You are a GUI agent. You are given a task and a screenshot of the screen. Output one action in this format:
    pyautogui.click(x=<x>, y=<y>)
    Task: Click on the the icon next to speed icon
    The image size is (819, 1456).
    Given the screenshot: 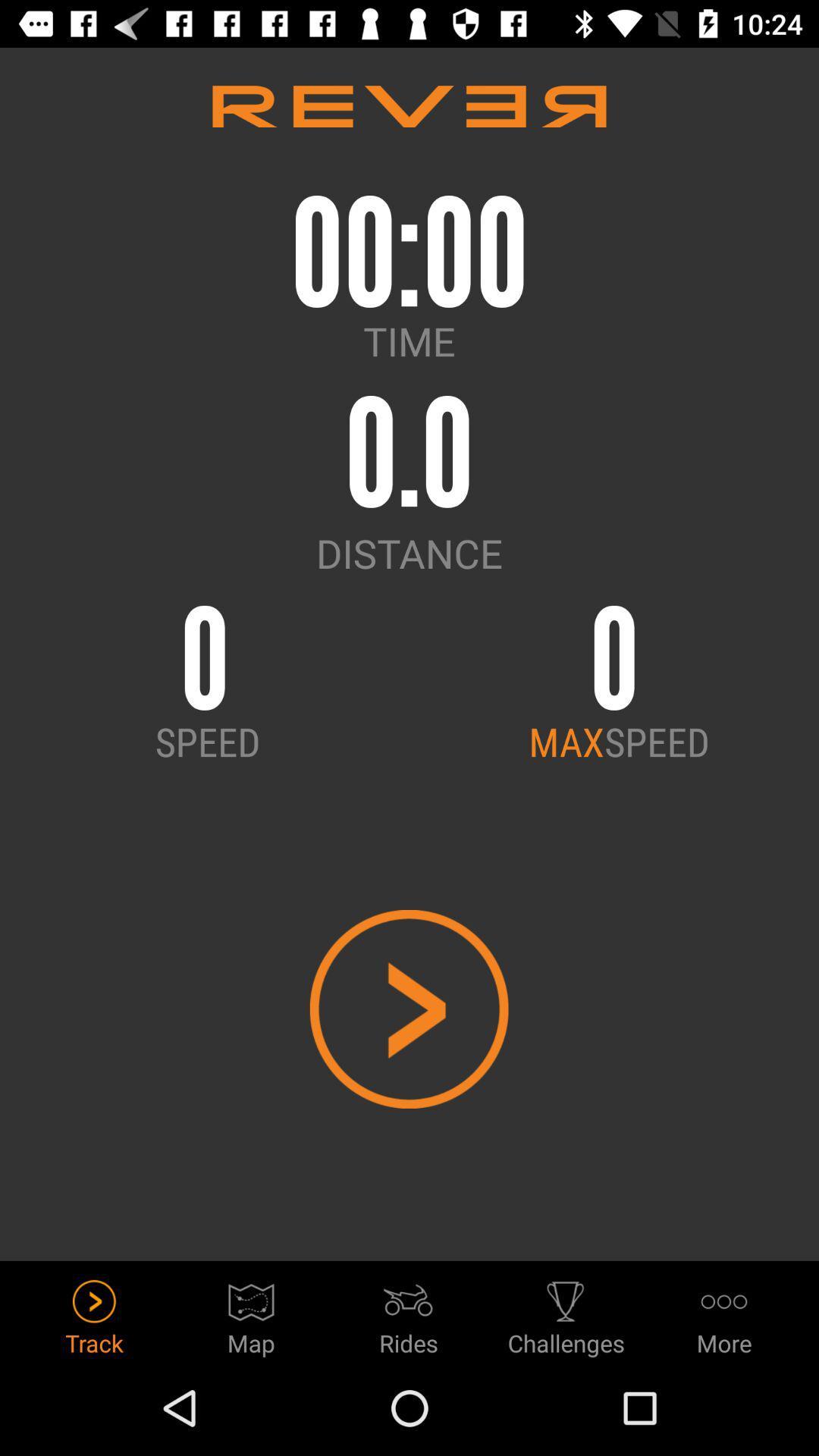 What is the action you would take?
    pyautogui.click(x=566, y=741)
    